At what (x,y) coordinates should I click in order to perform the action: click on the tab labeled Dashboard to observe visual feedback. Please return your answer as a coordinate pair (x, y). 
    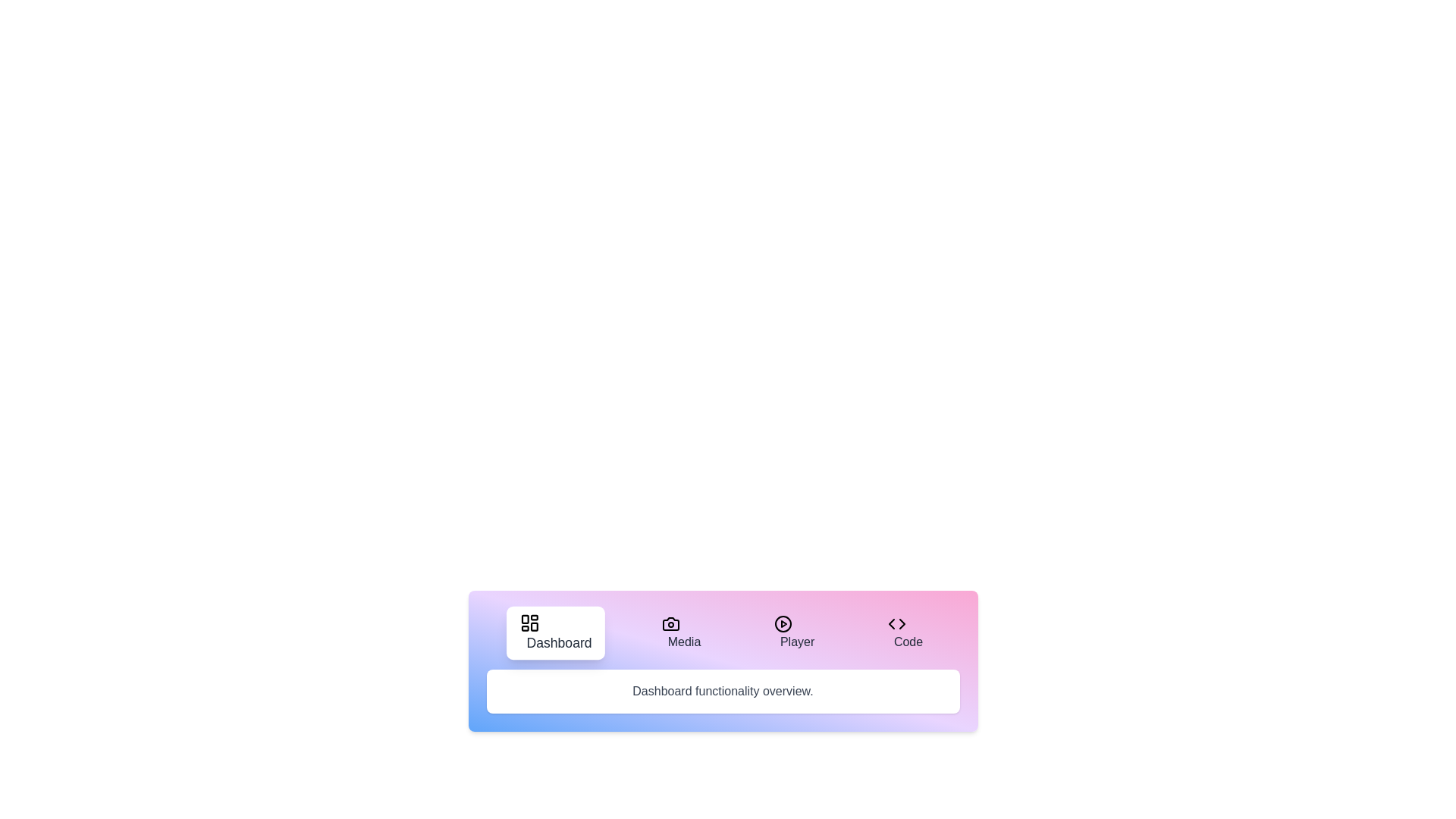
    Looking at the image, I should click on (554, 632).